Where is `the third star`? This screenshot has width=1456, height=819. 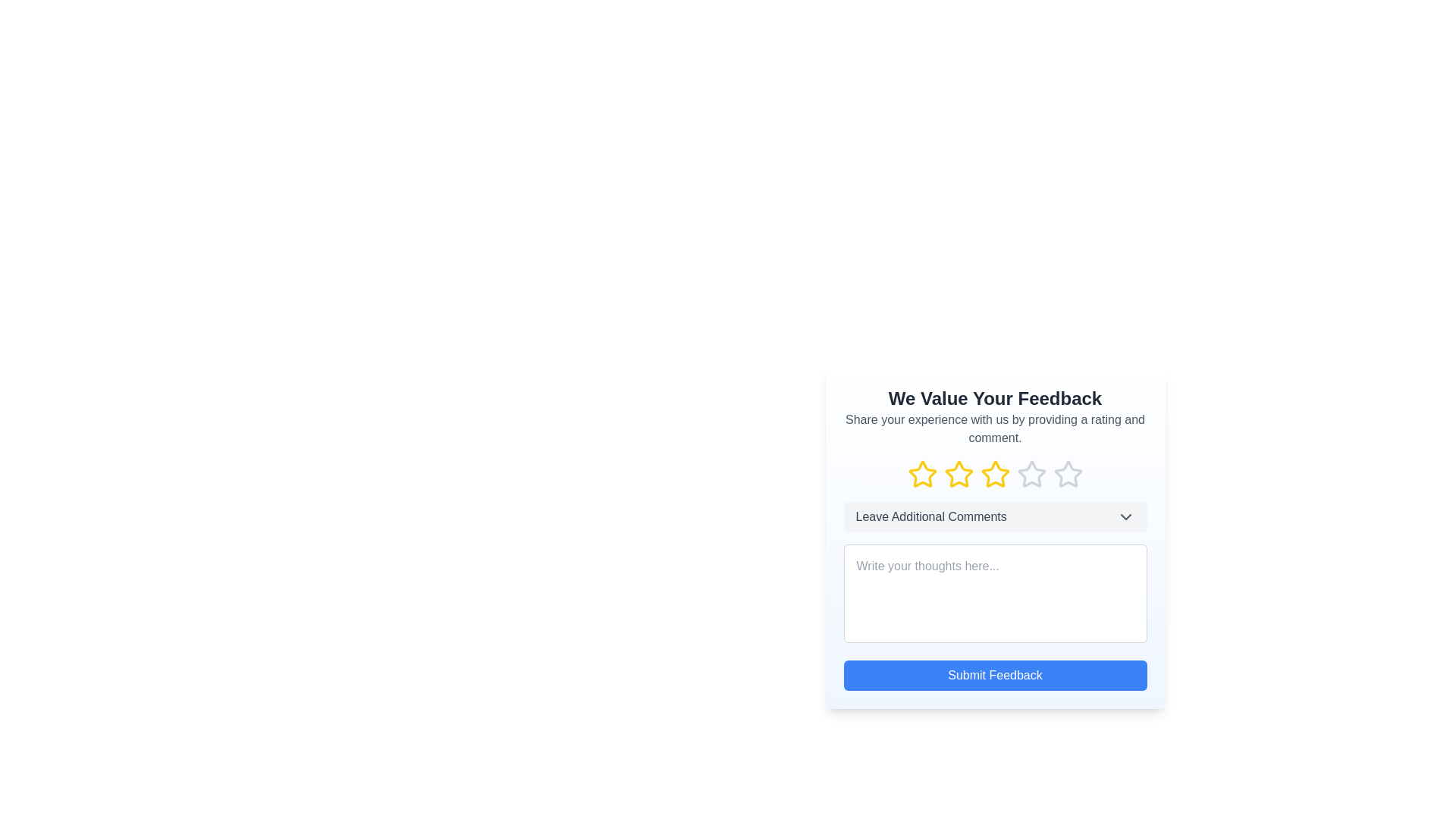
the third star is located at coordinates (994, 472).